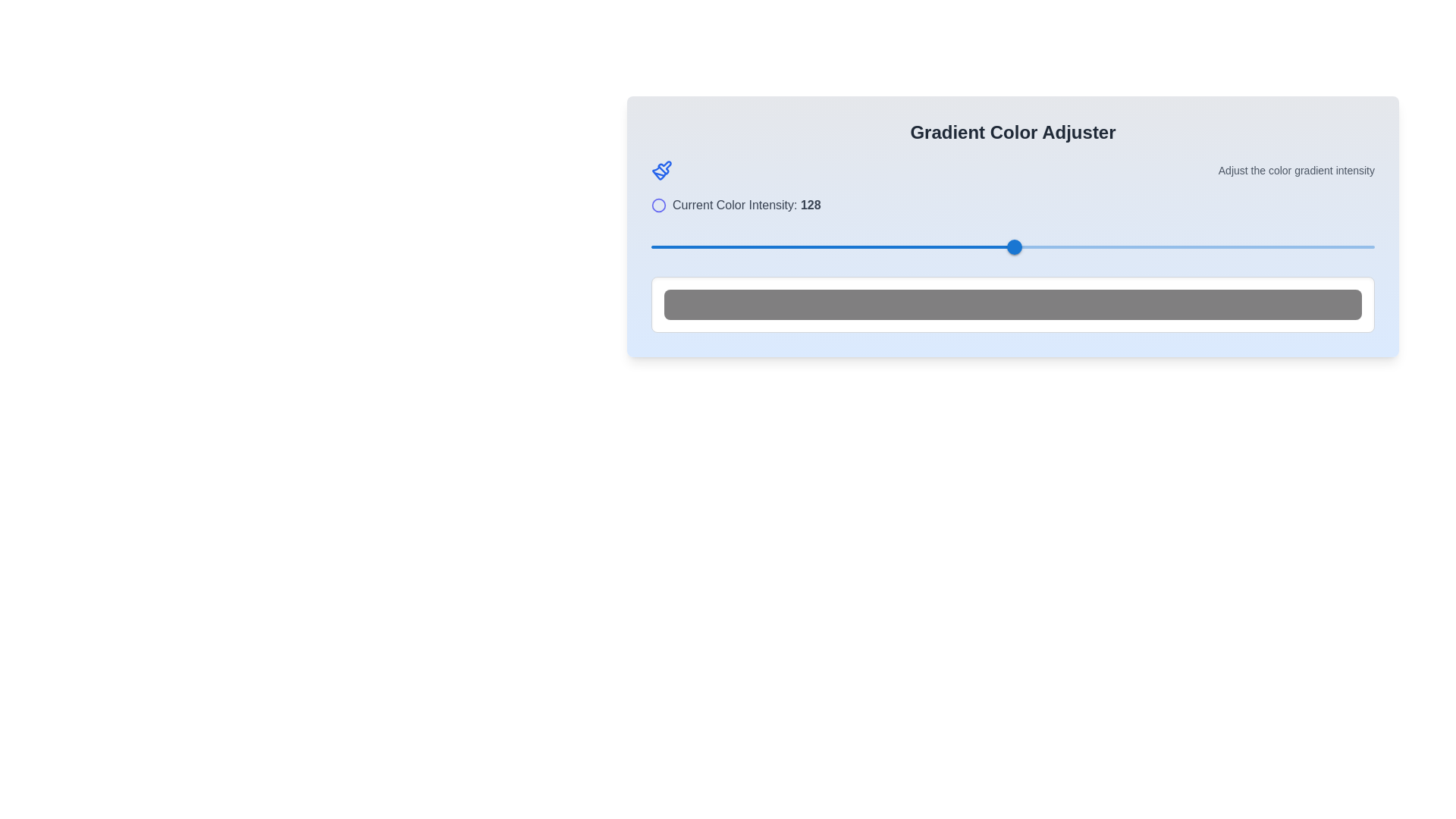 Image resolution: width=1456 pixels, height=819 pixels. What do you see at coordinates (635, 246) in the screenshot?
I see `the gradient color intensity` at bounding box center [635, 246].